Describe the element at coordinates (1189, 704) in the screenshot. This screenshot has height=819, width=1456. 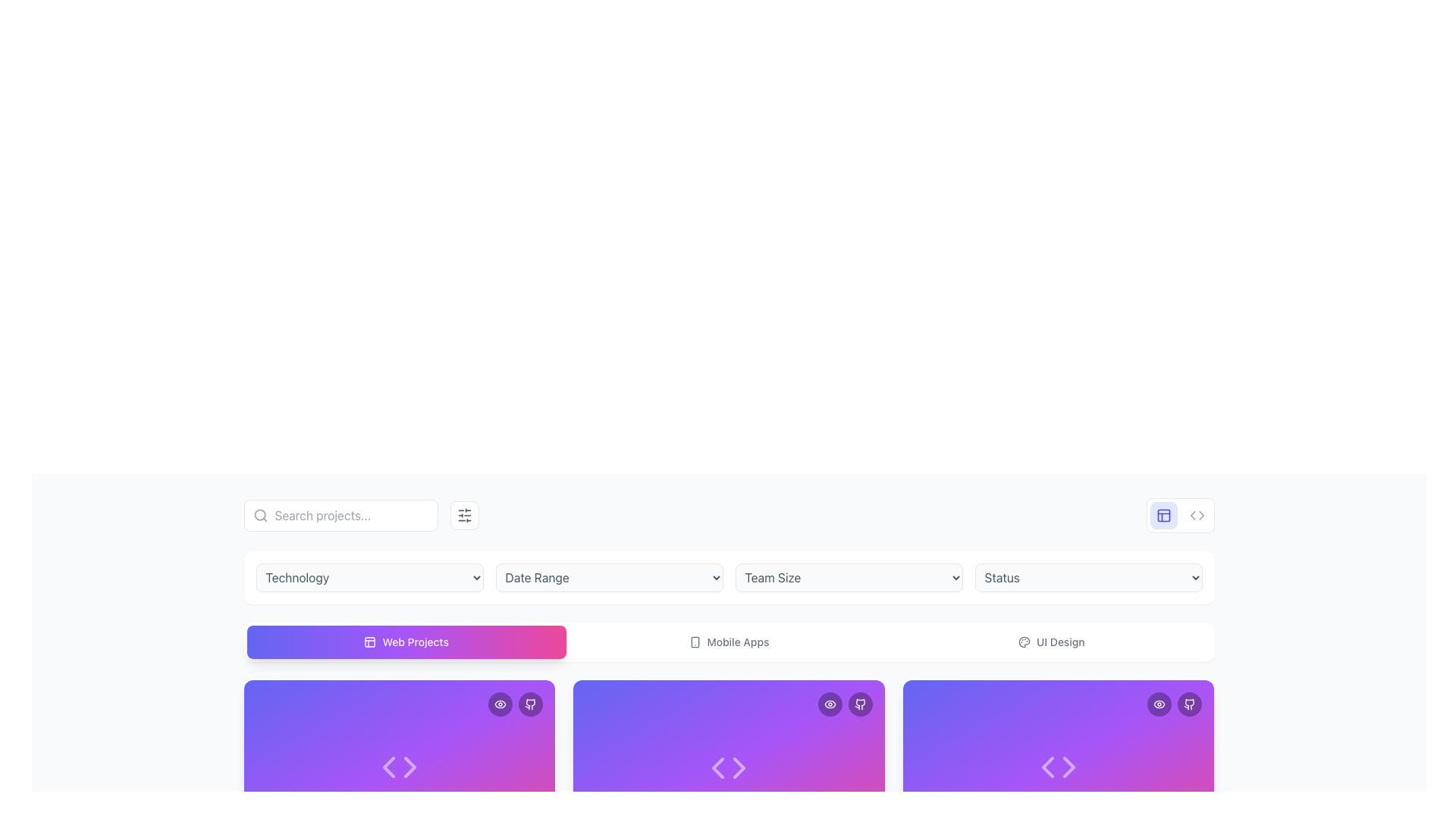
I see `the GitHub SVG icon located in the top-right corner of the interface, which is the only icon inside a circular button` at that location.